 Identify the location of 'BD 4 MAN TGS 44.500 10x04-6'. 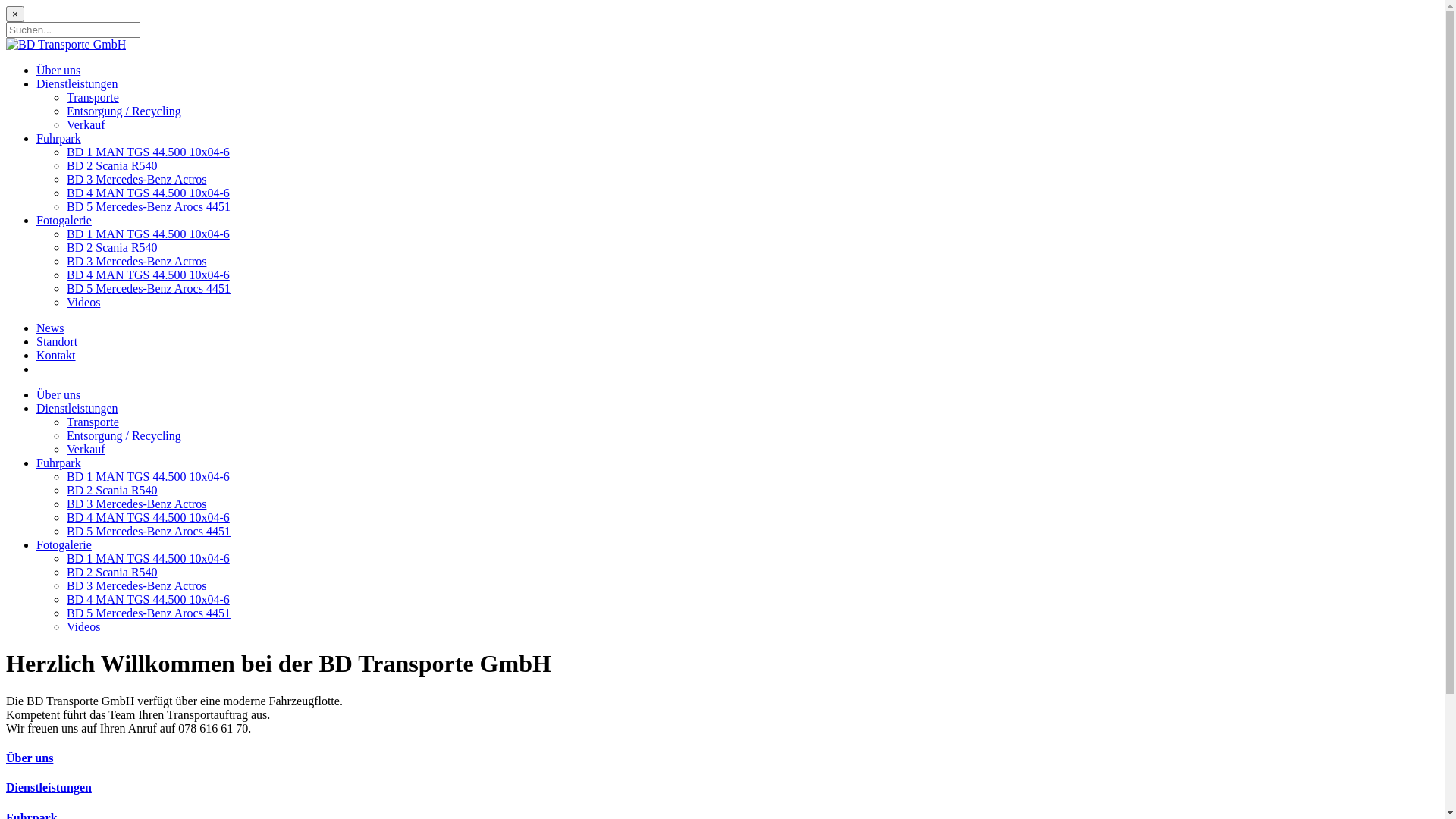
(148, 516).